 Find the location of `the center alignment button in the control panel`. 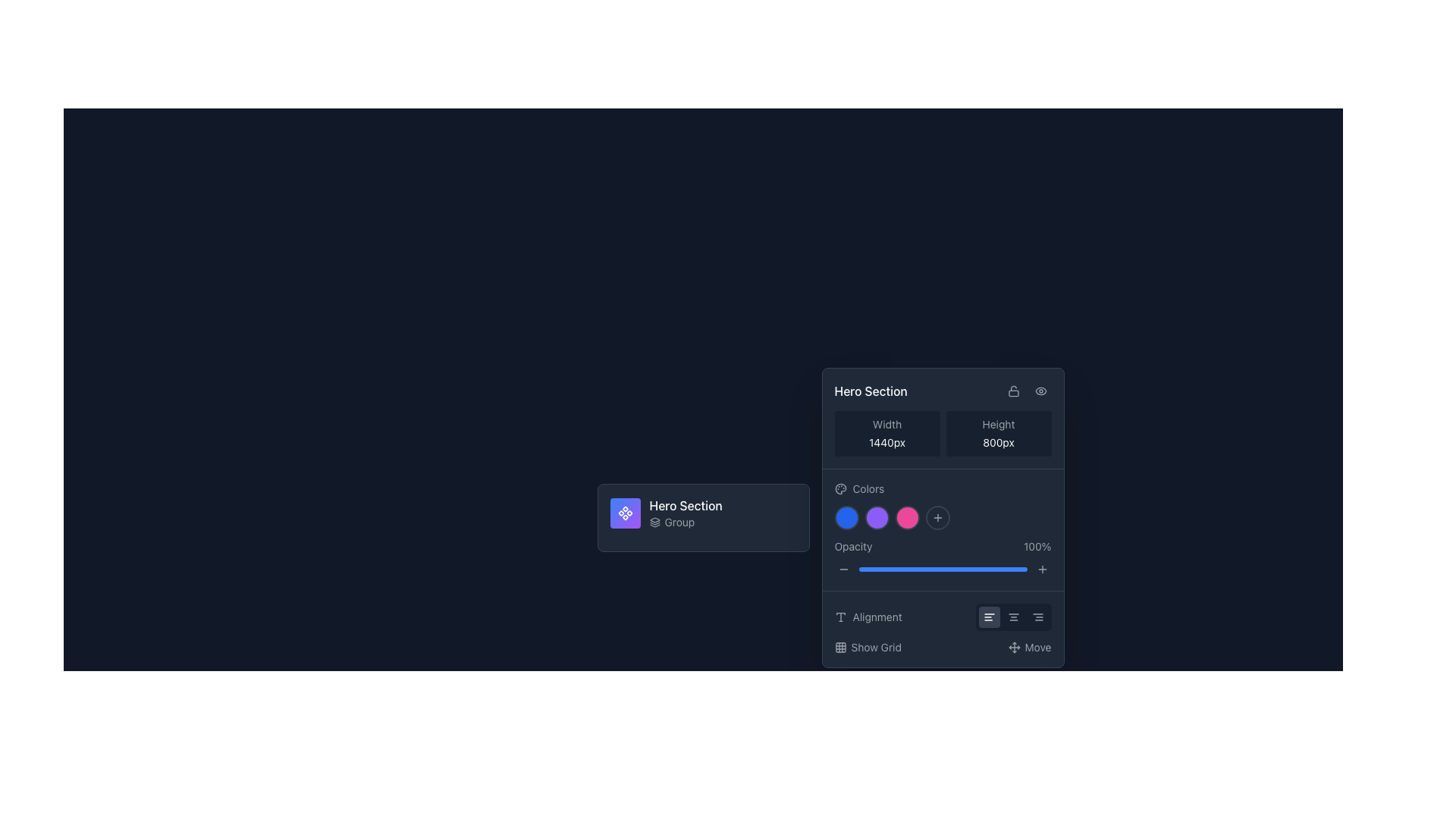

the center alignment button in the control panel is located at coordinates (1013, 617).